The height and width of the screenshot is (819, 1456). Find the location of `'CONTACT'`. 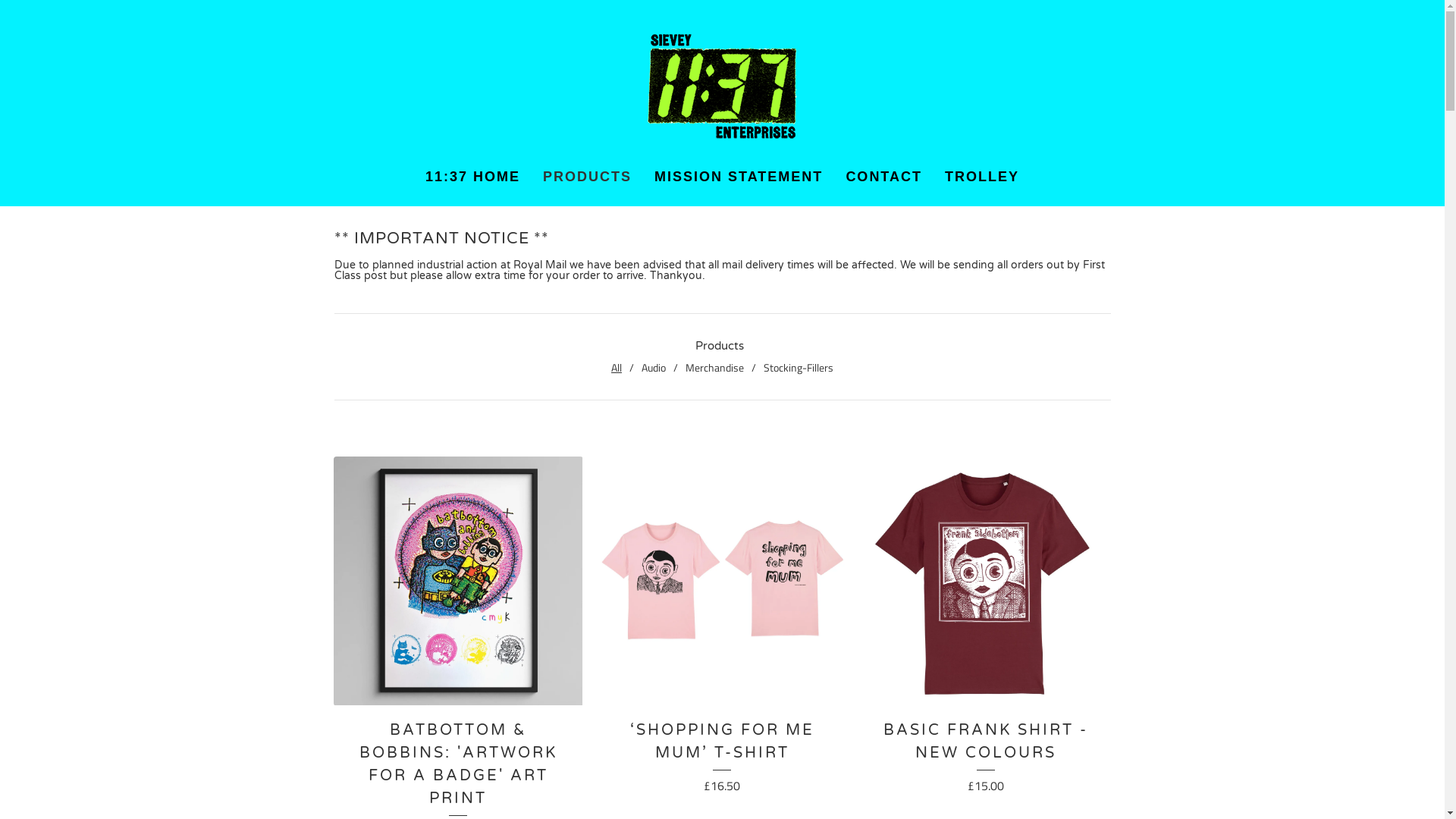

'CONTACT' is located at coordinates (833, 175).